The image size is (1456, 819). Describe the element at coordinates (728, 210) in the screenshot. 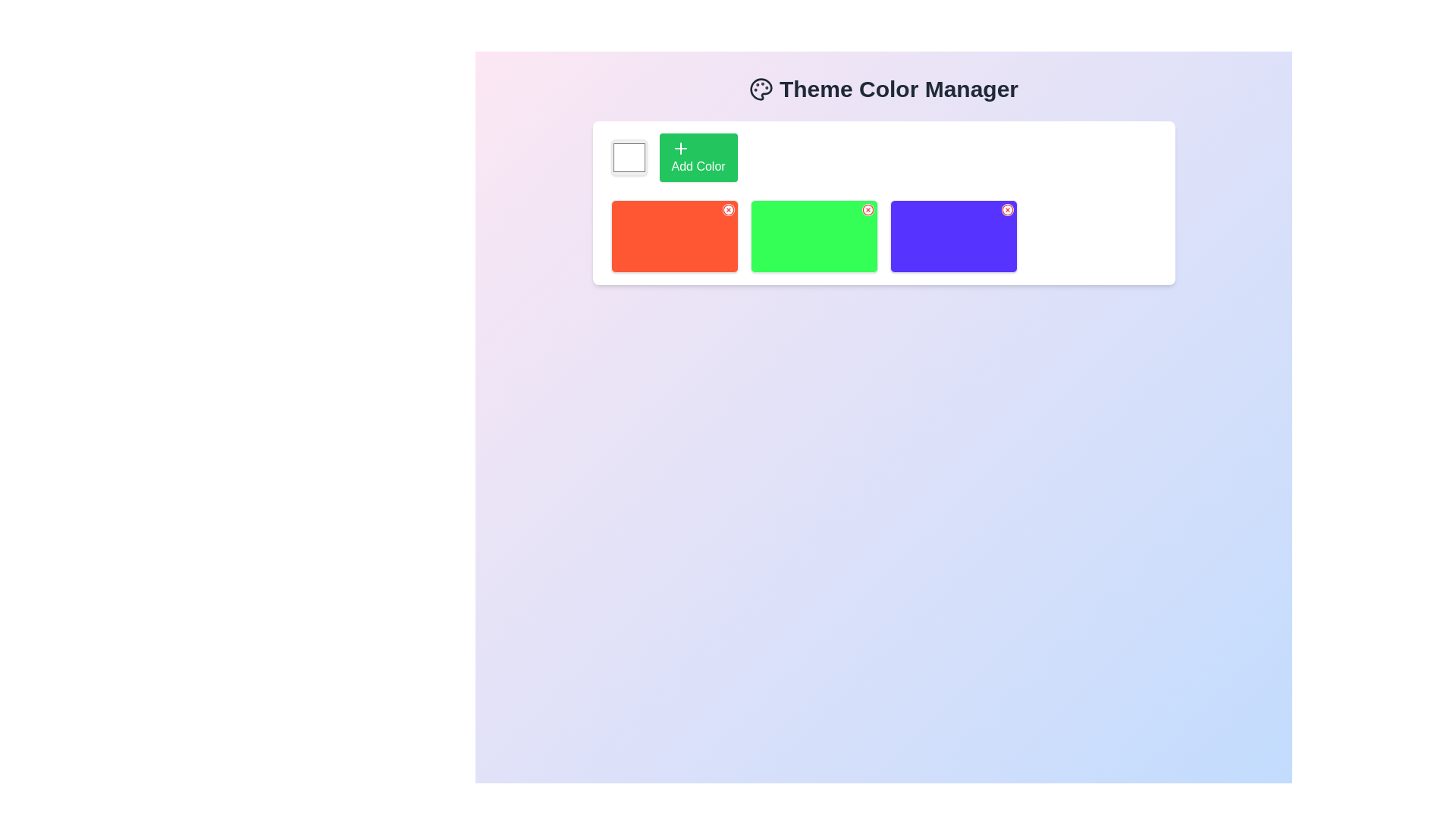

I see `the button located in the top-right corner of the red rectangular card that is displayed in the middle section of the interface` at that location.